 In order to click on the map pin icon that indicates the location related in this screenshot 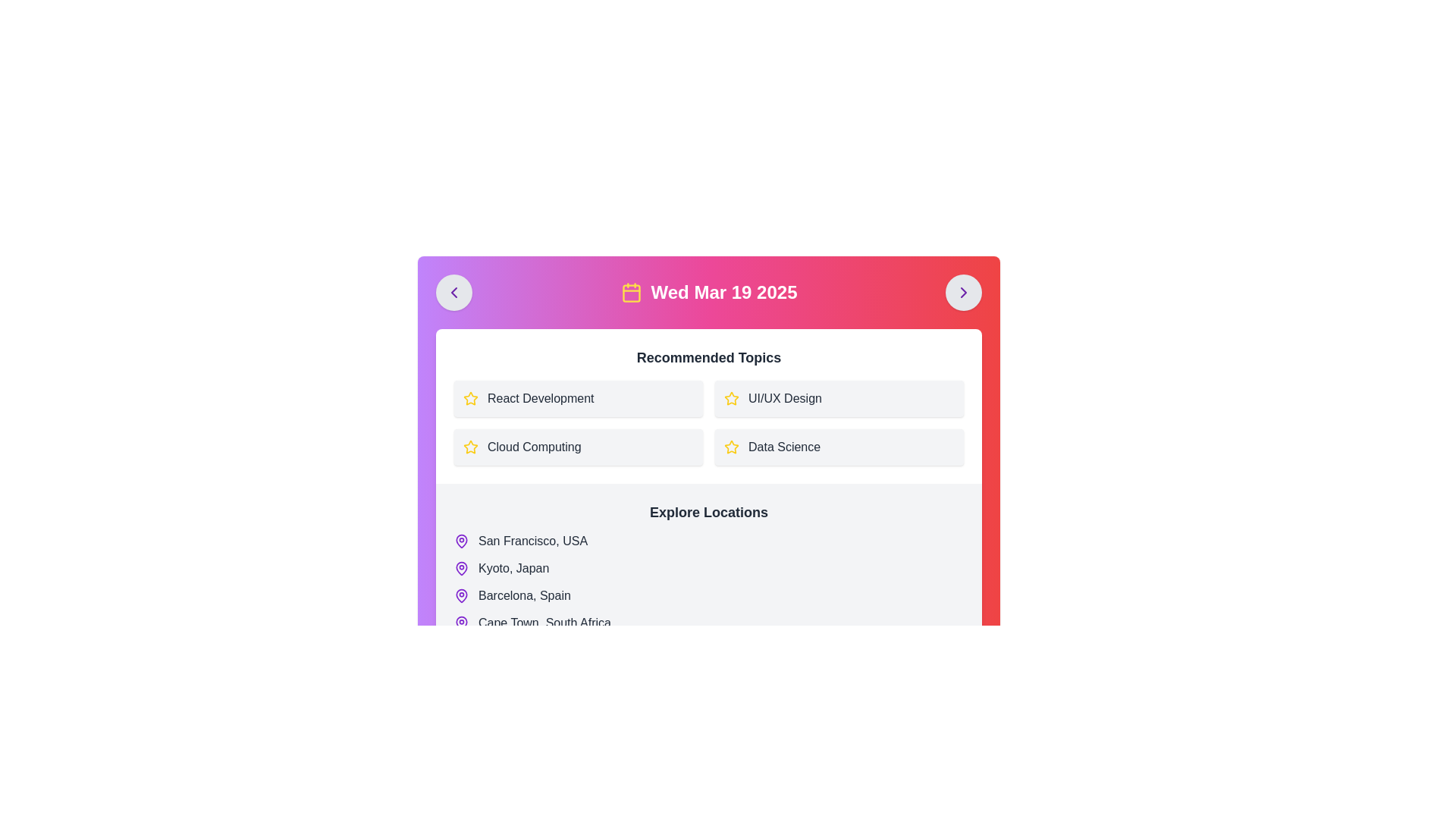, I will do `click(461, 623)`.